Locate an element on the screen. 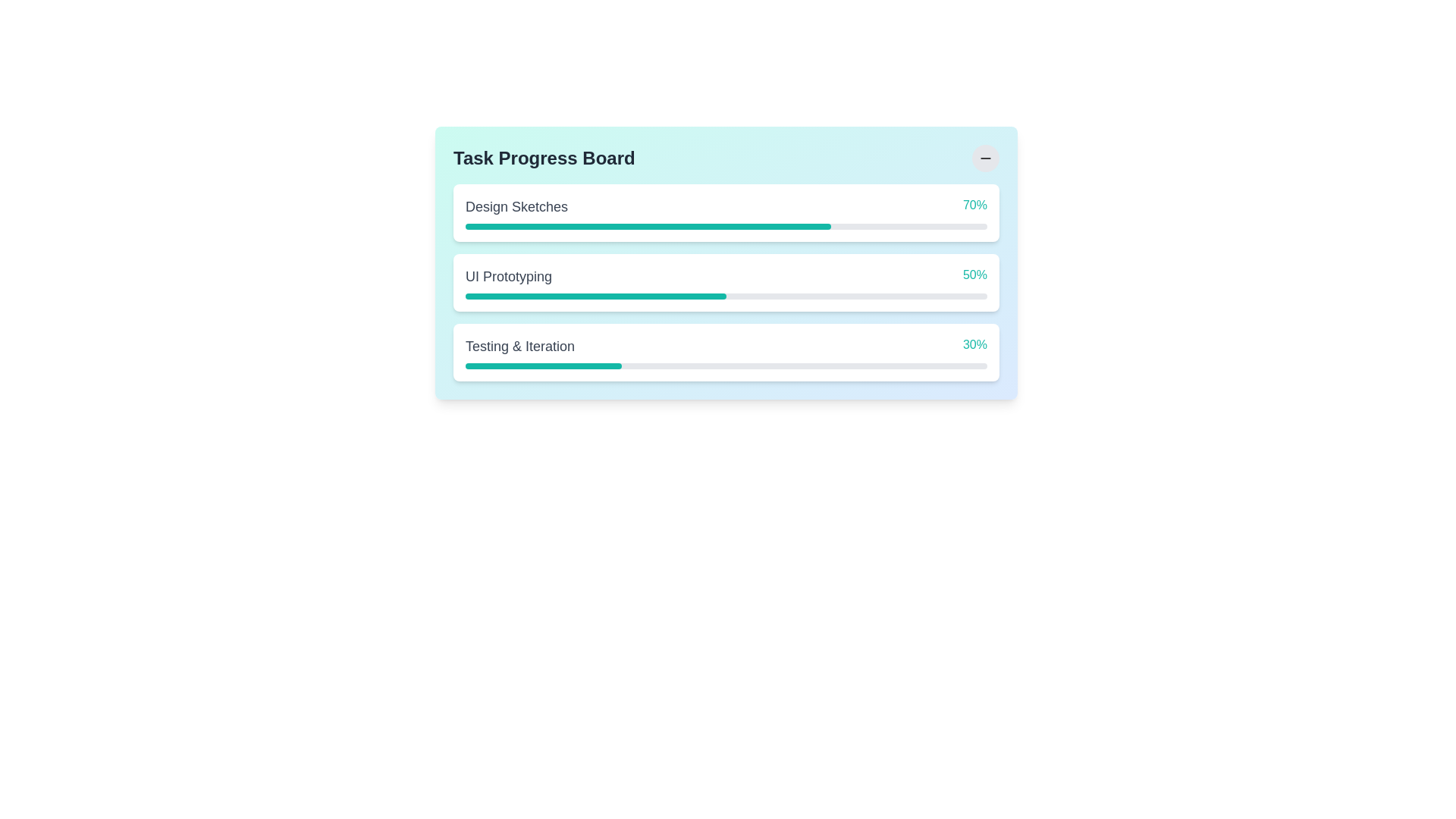  text content of the Text label located above the progress bar and to the left of the '30%' percentage label in the progress tracker is located at coordinates (520, 346).